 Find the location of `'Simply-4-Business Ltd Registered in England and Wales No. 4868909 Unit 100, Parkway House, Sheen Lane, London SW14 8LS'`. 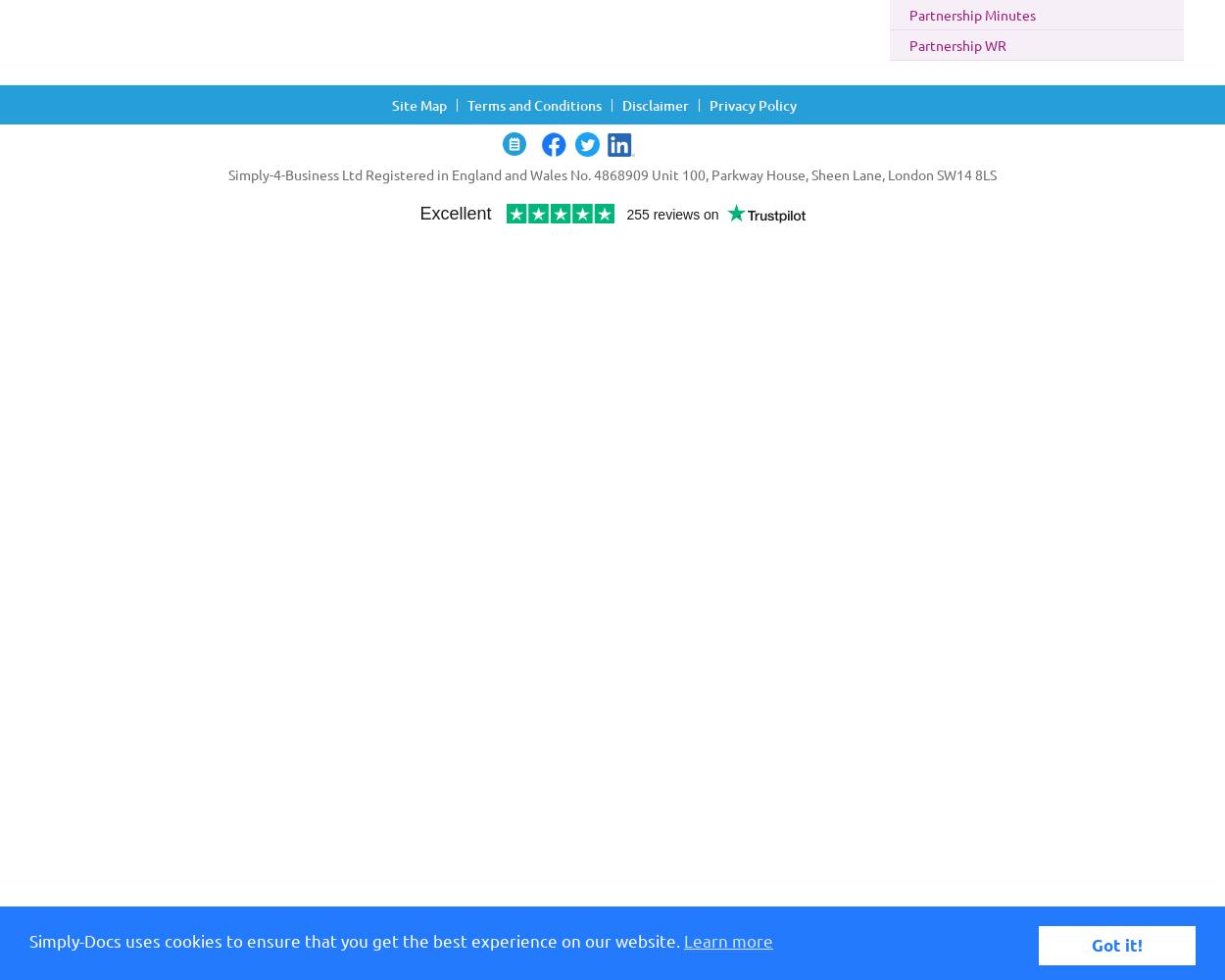

'Simply-4-Business Ltd Registered in England and Wales No. 4868909 Unit 100, Parkway House, Sheen Lane, London SW14 8LS' is located at coordinates (612, 174).